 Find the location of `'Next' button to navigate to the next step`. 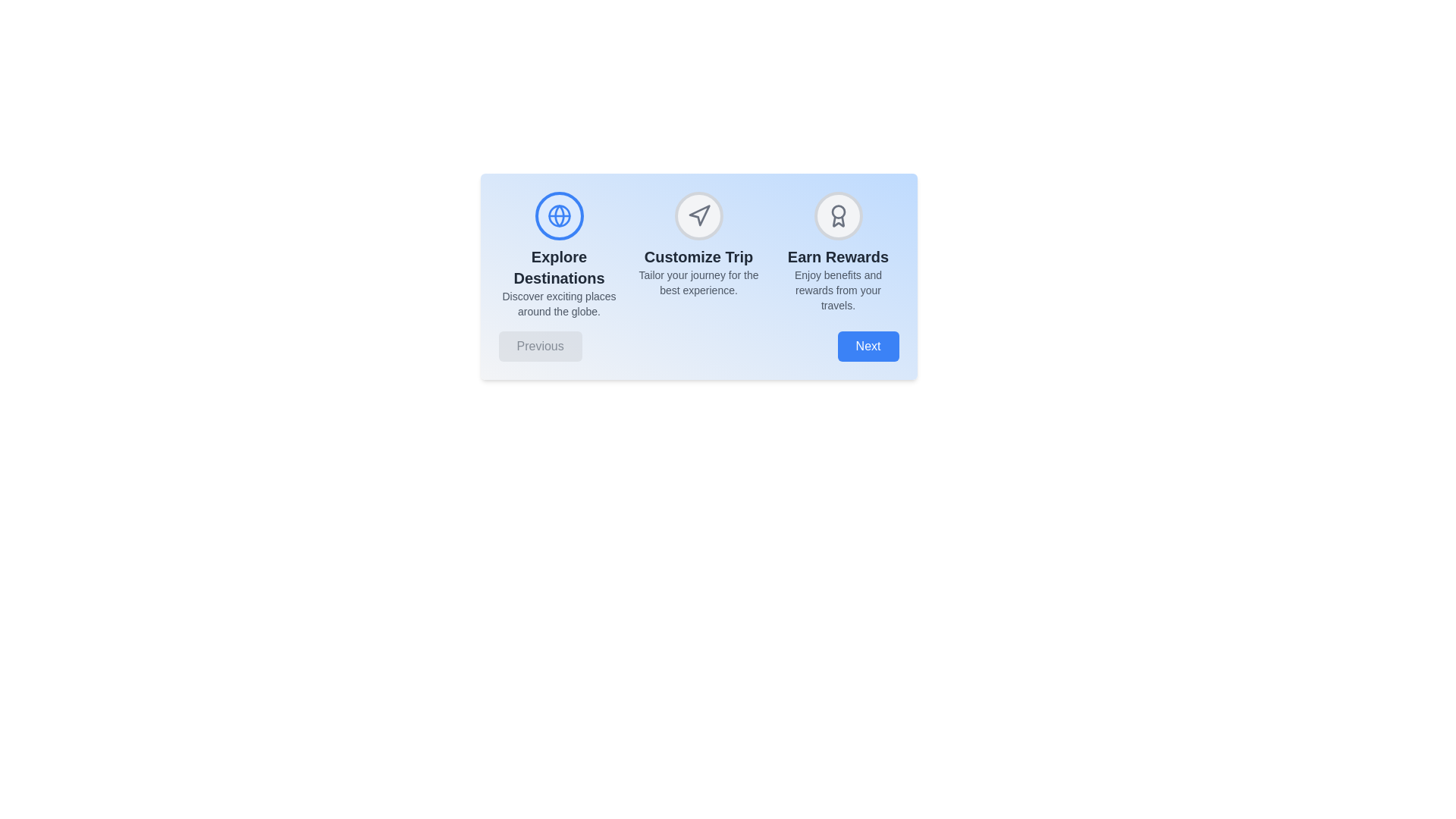

'Next' button to navigate to the next step is located at coordinates (868, 346).